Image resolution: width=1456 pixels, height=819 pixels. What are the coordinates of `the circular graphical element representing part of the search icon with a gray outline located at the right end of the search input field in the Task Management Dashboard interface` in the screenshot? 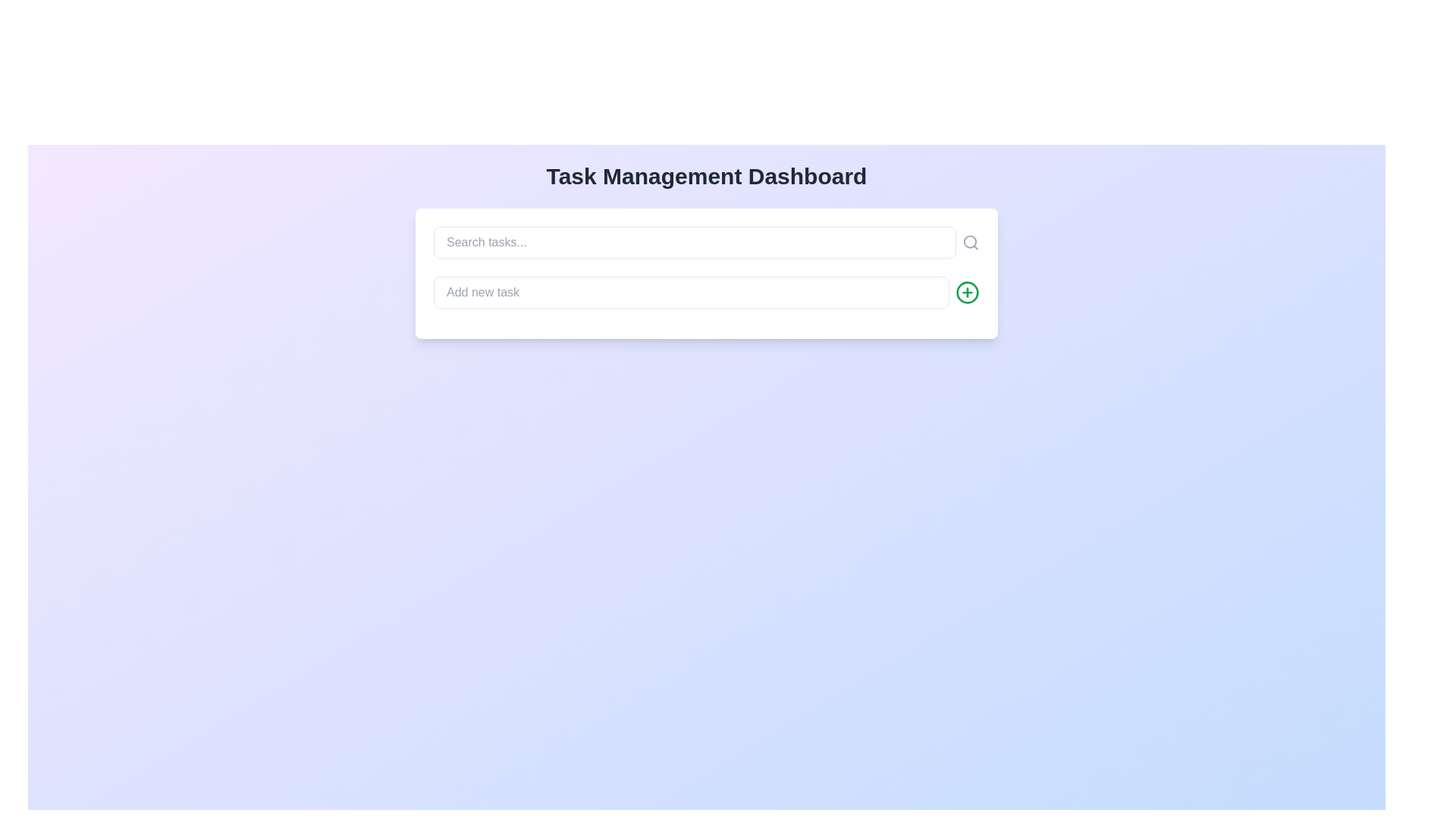 It's located at (969, 241).